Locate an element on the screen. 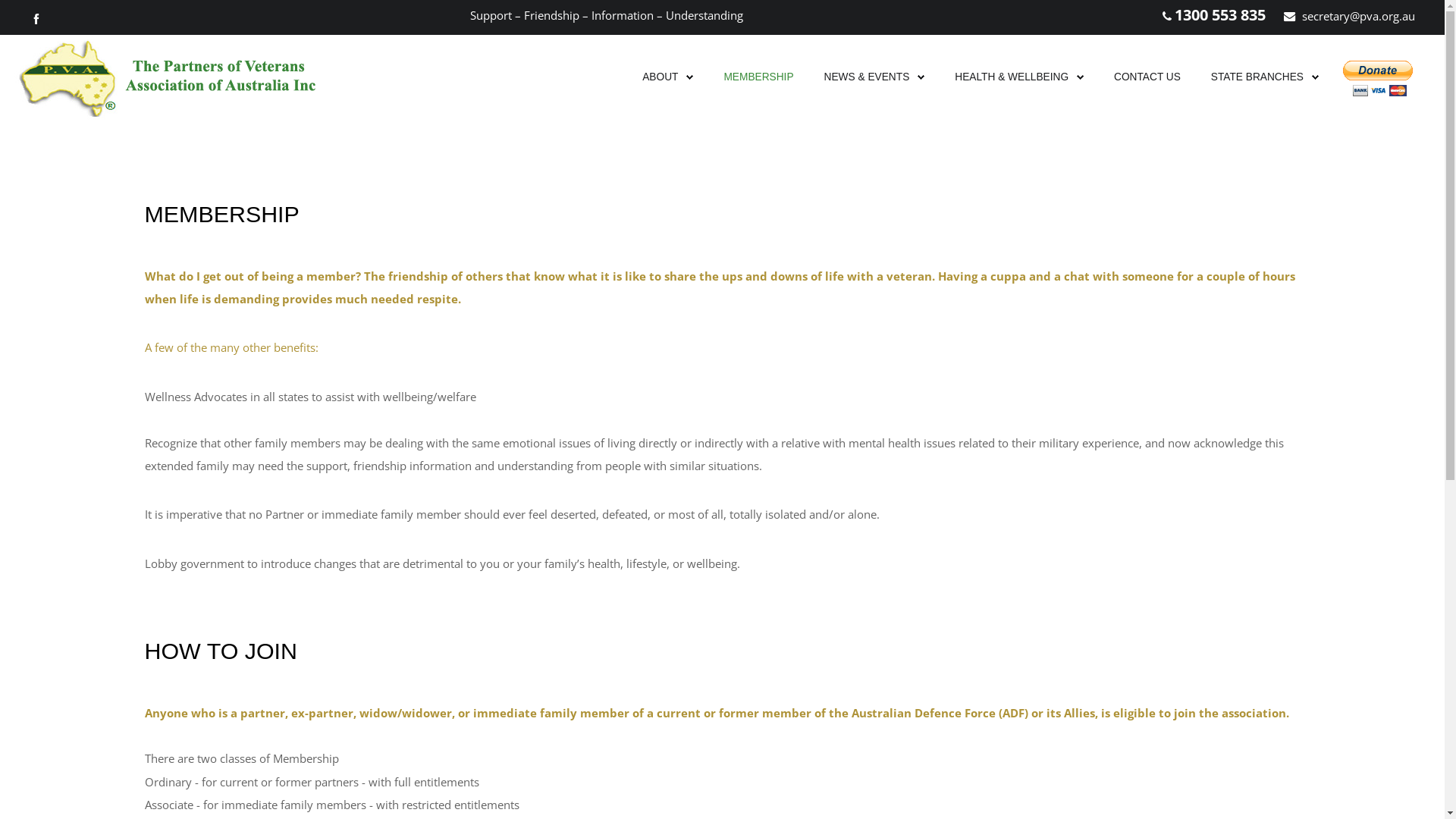 This screenshot has width=1456, height=819. 'ABOUT' is located at coordinates (660, 77).